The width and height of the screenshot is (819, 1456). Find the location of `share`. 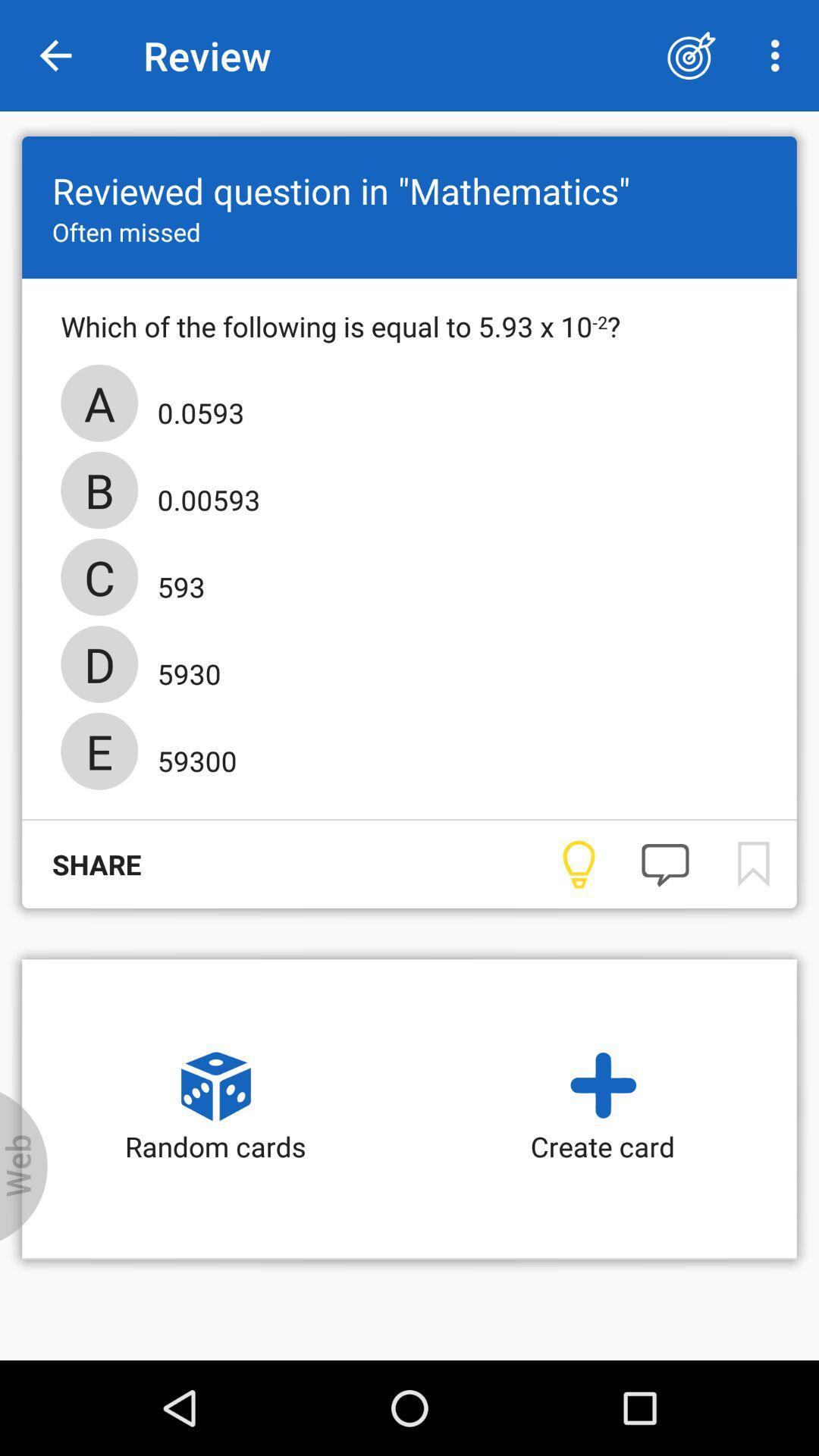

share is located at coordinates (82, 864).